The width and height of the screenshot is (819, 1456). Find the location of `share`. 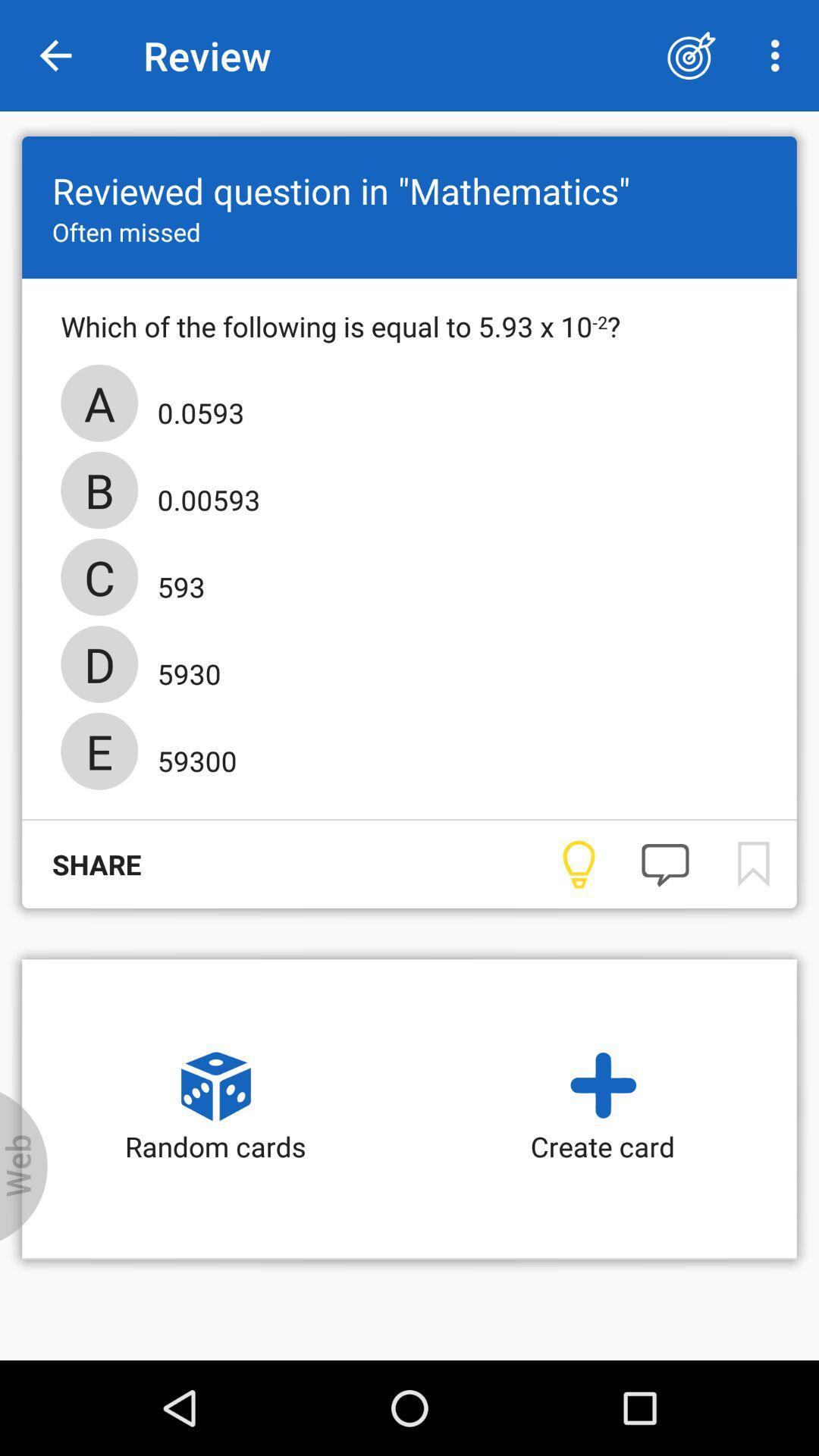

share is located at coordinates (82, 864).